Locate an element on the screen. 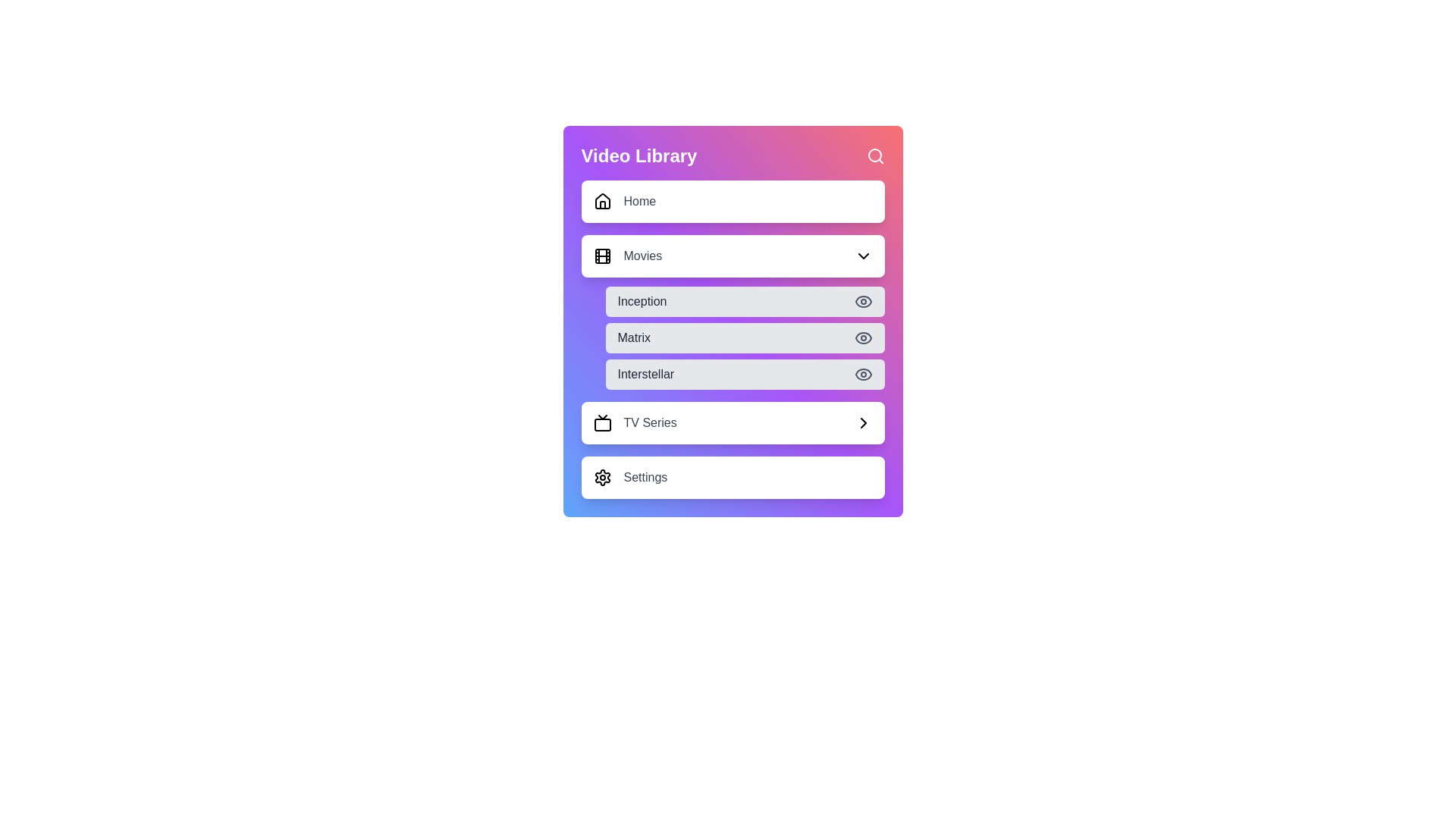  the settings icon located at the bottom of the 'Video Library' panel, which is visually distinct with a red and black color scheme is located at coordinates (601, 476).